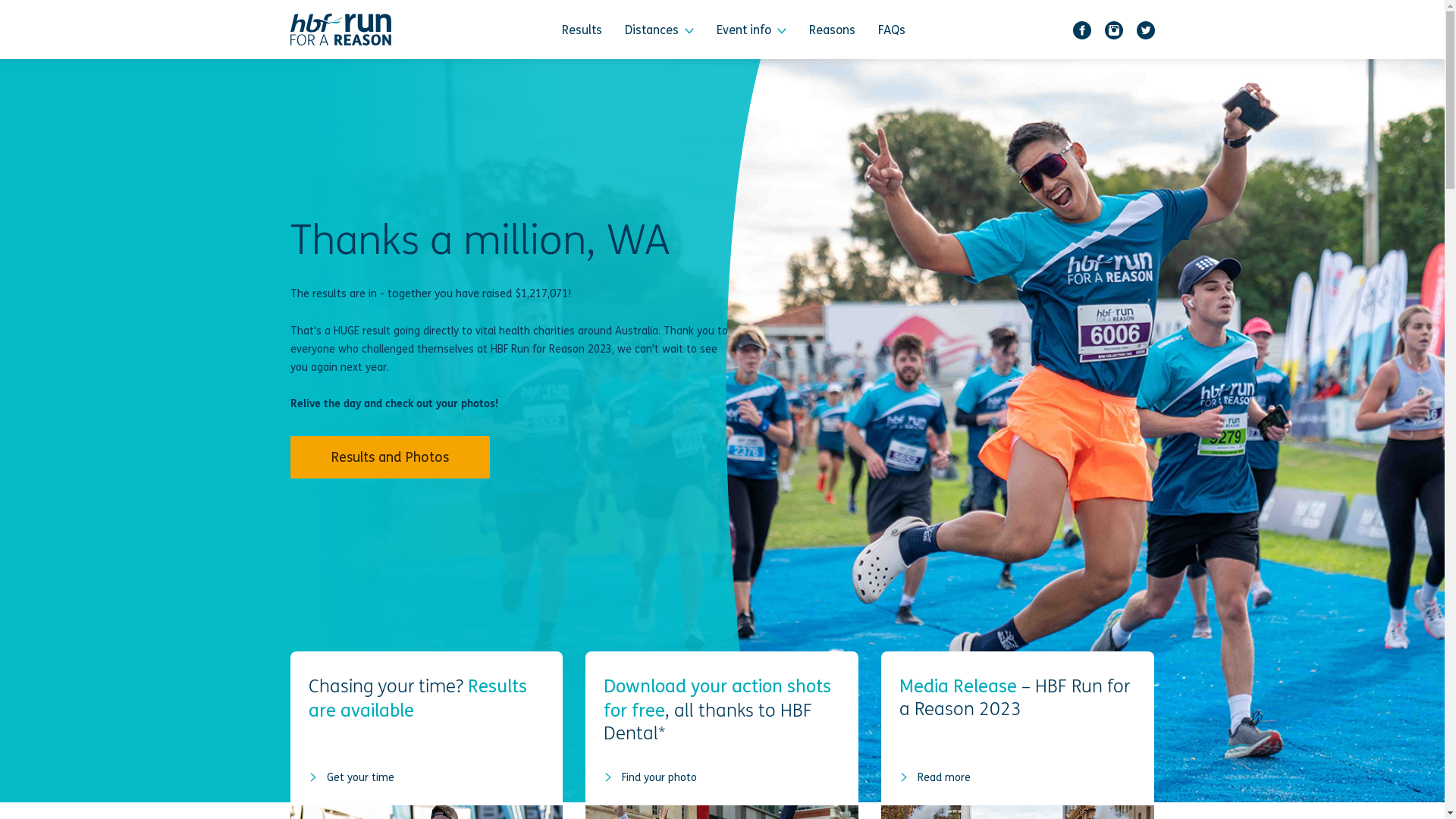 This screenshot has height=819, width=1456. Describe the element at coordinates (389, 456) in the screenshot. I see `'Results and Photos'` at that location.